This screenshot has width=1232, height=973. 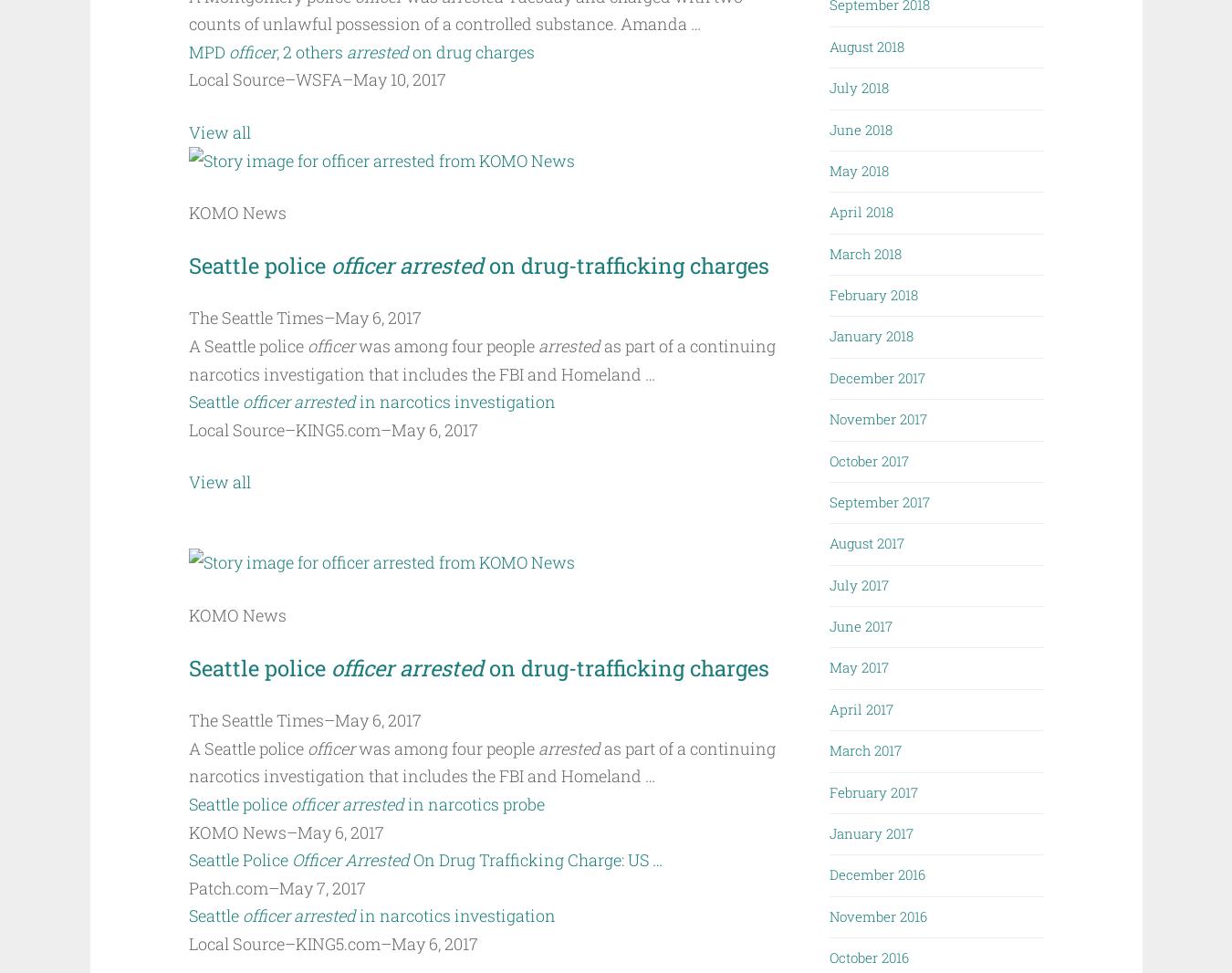 I want to click on 'in narcotics probe', so click(x=474, y=804).